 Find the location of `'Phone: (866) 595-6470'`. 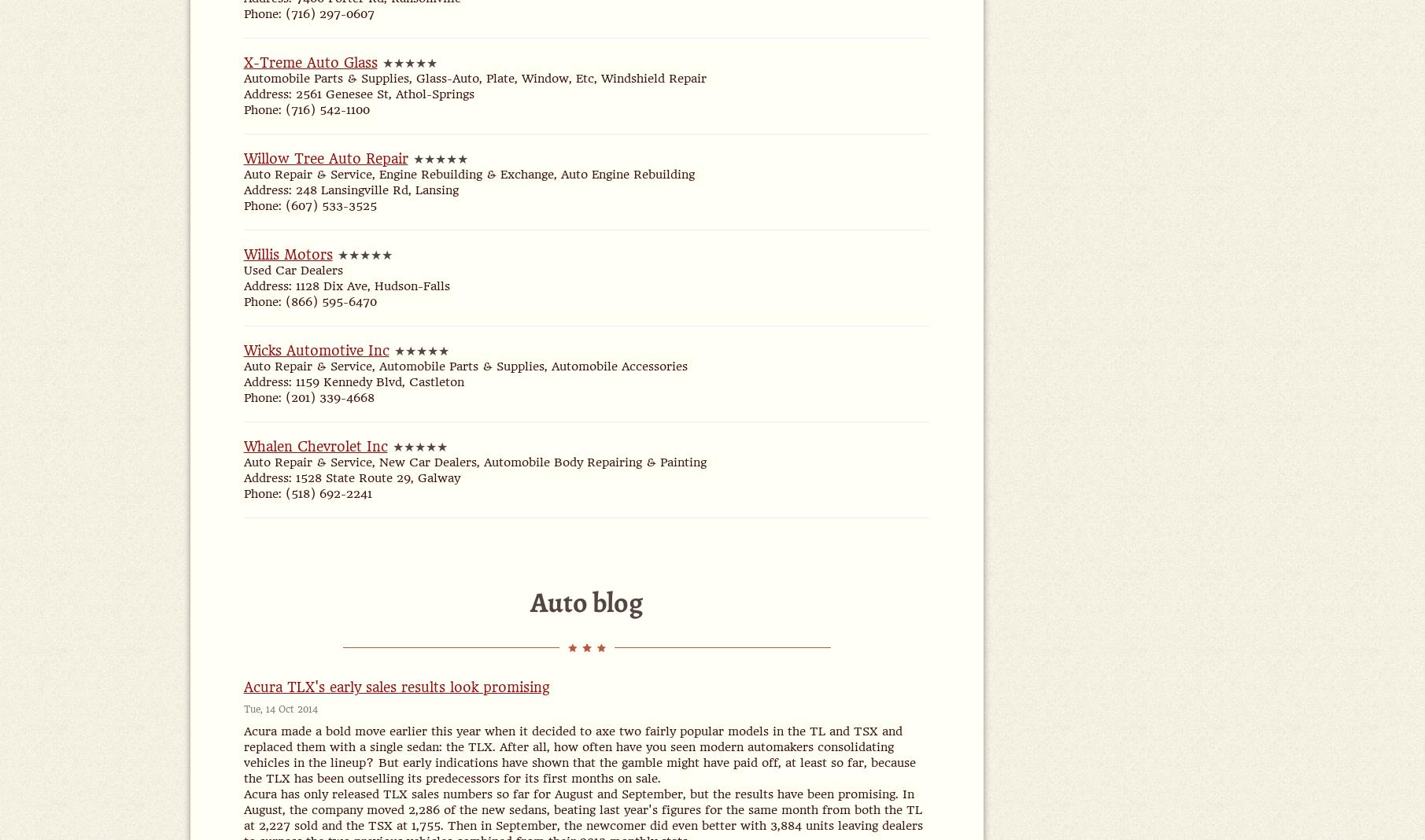

'Phone: (866) 595-6470' is located at coordinates (308, 301).